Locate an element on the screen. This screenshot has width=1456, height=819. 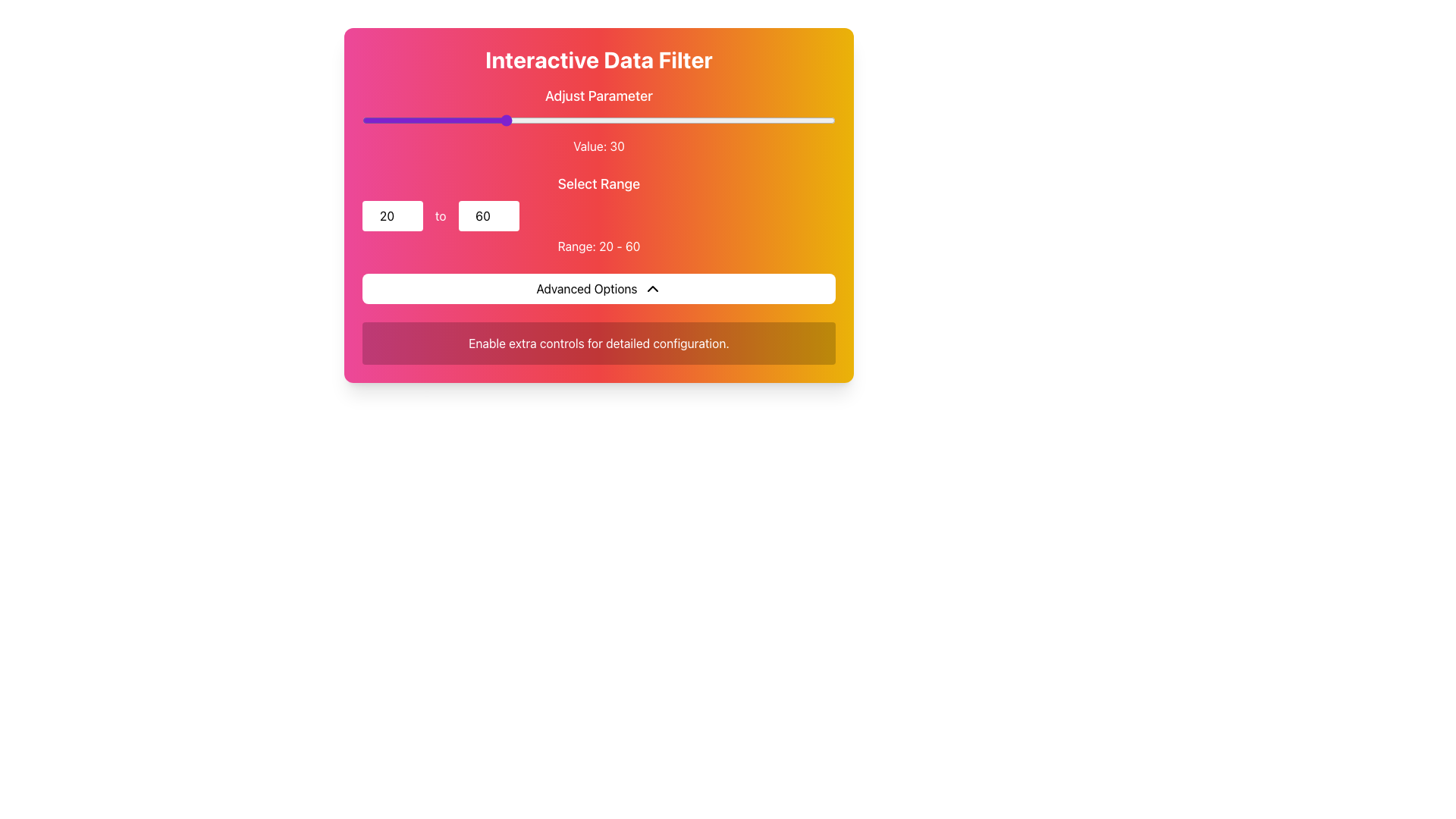
the text label that reads 'Enable extra controls for detailed configuration.' which has a gradient red and yellow background and is positioned below the 'Advanced Options' button is located at coordinates (598, 343).